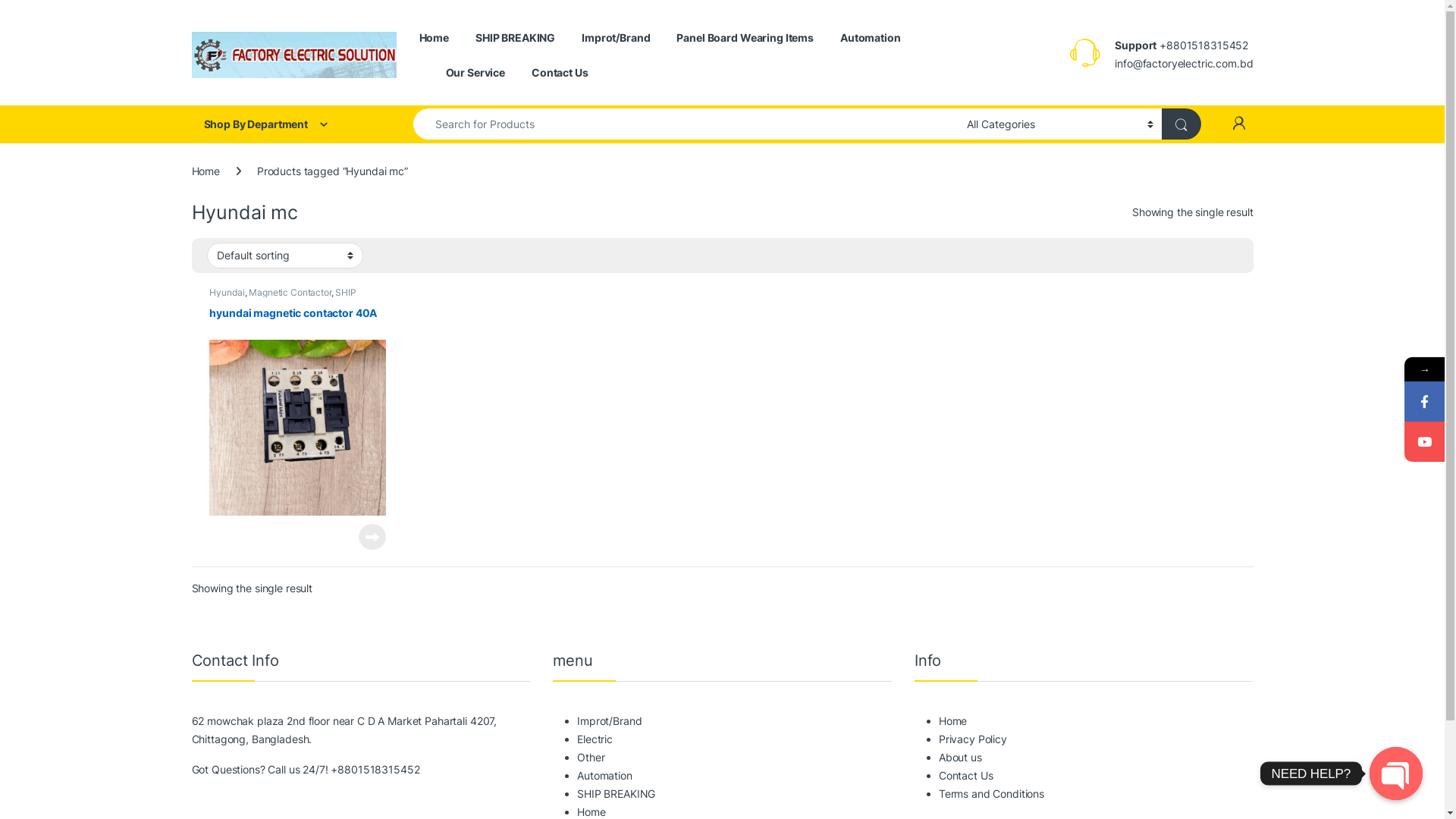  Describe the element at coordinates (870, 37) in the screenshot. I see `'Automation'` at that location.